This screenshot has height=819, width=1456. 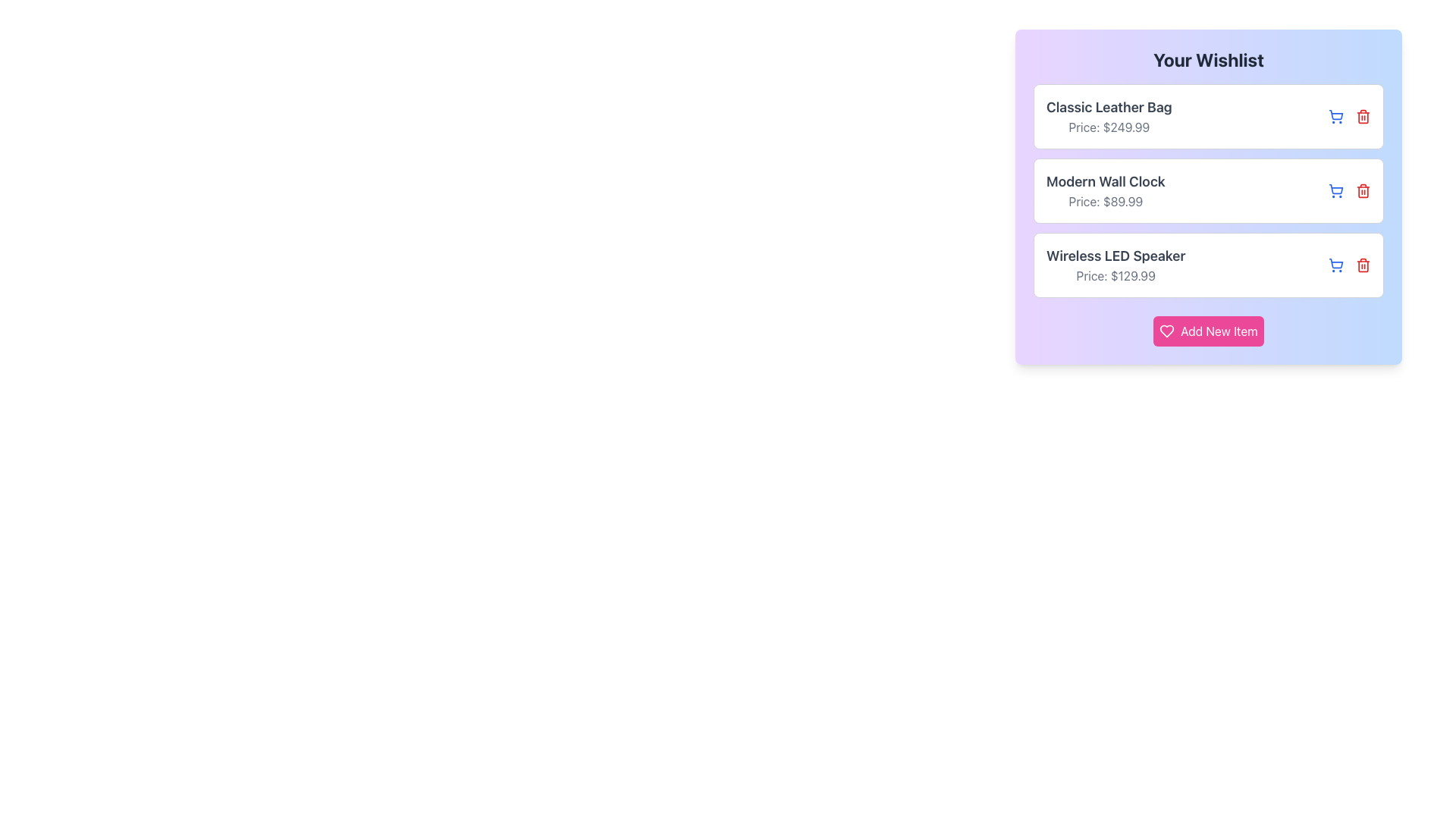 What do you see at coordinates (1166, 330) in the screenshot?
I see `the heart icon located inside the 'Add New Item' button at the leftmost part of the button within the 'Your Wishlist' card` at bounding box center [1166, 330].